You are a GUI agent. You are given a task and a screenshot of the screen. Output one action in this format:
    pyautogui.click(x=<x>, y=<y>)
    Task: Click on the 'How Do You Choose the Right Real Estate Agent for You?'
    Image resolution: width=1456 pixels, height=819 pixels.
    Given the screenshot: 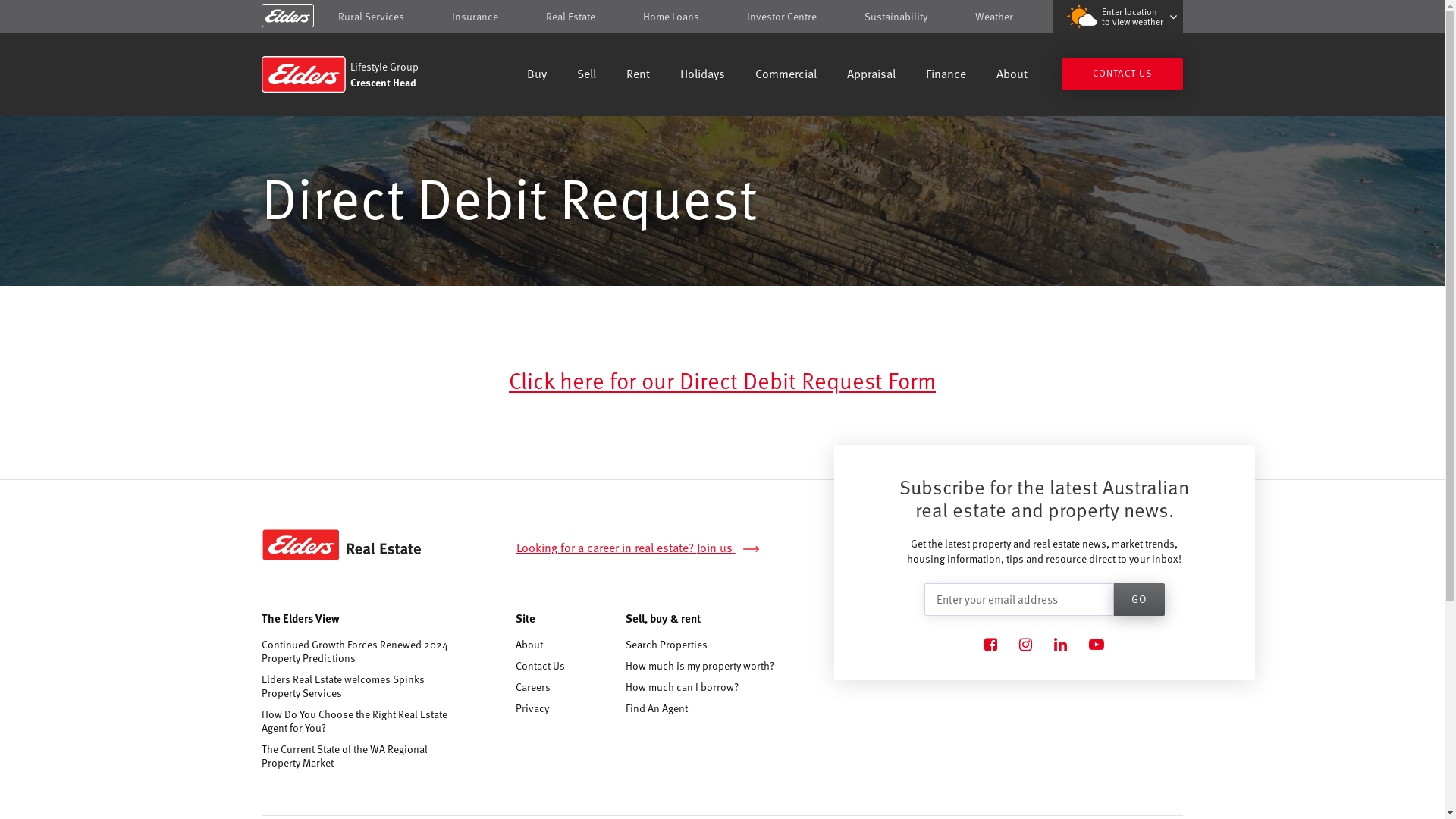 What is the action you would take?
    pyautogui.click(x=262, y=720)
    